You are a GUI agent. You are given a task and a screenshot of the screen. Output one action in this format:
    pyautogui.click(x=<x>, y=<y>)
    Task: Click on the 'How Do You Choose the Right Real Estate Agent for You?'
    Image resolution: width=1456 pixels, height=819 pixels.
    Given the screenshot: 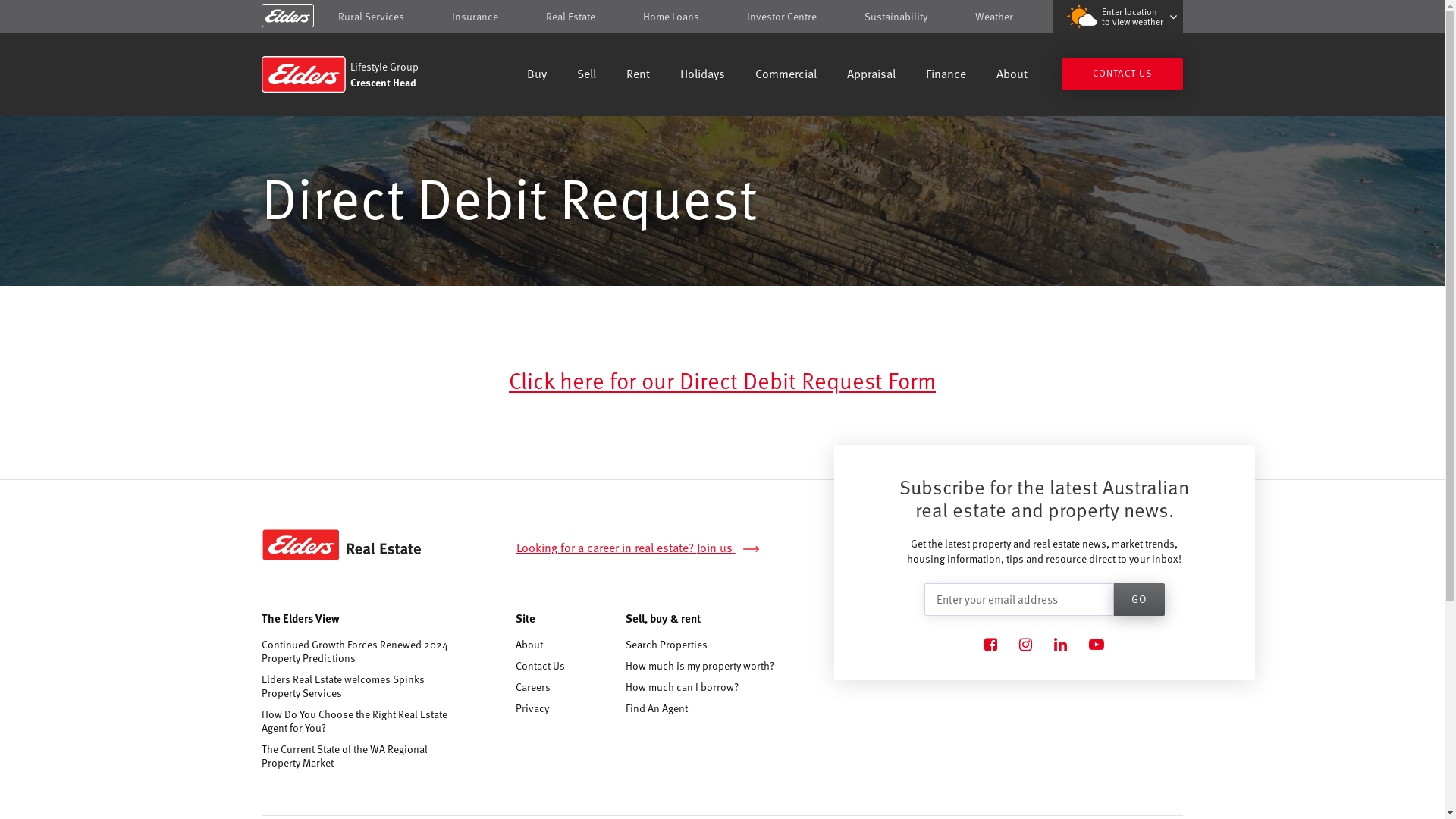 What is the action you would take?
    pyautogui.click(x=262, y=720)
    